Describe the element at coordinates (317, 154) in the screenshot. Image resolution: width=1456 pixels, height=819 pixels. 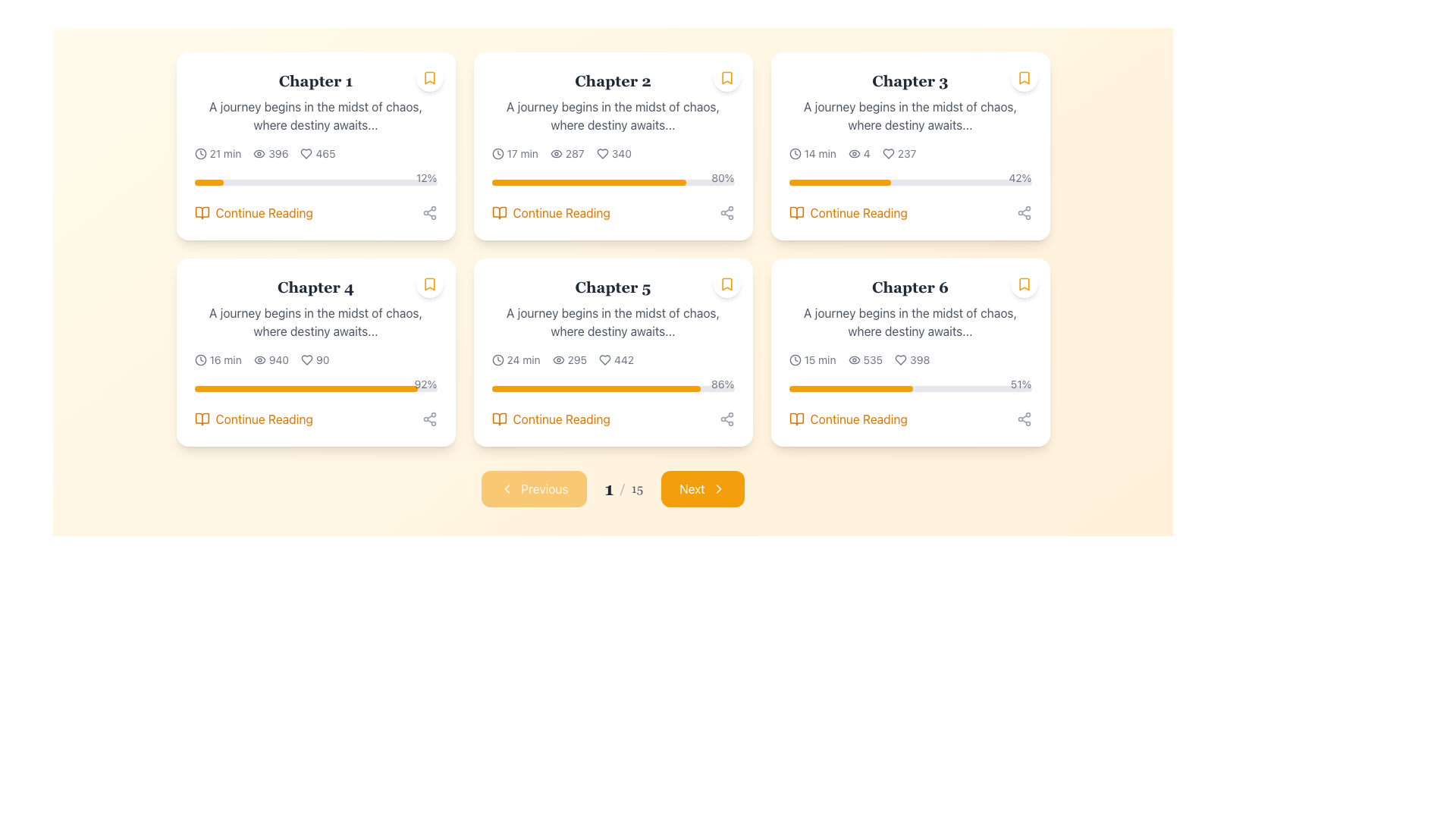
I see `the heart icon with the text '465' located within the 'Chapter 1' card, adjacent to the views number '396' and above the progress bar` at that location.